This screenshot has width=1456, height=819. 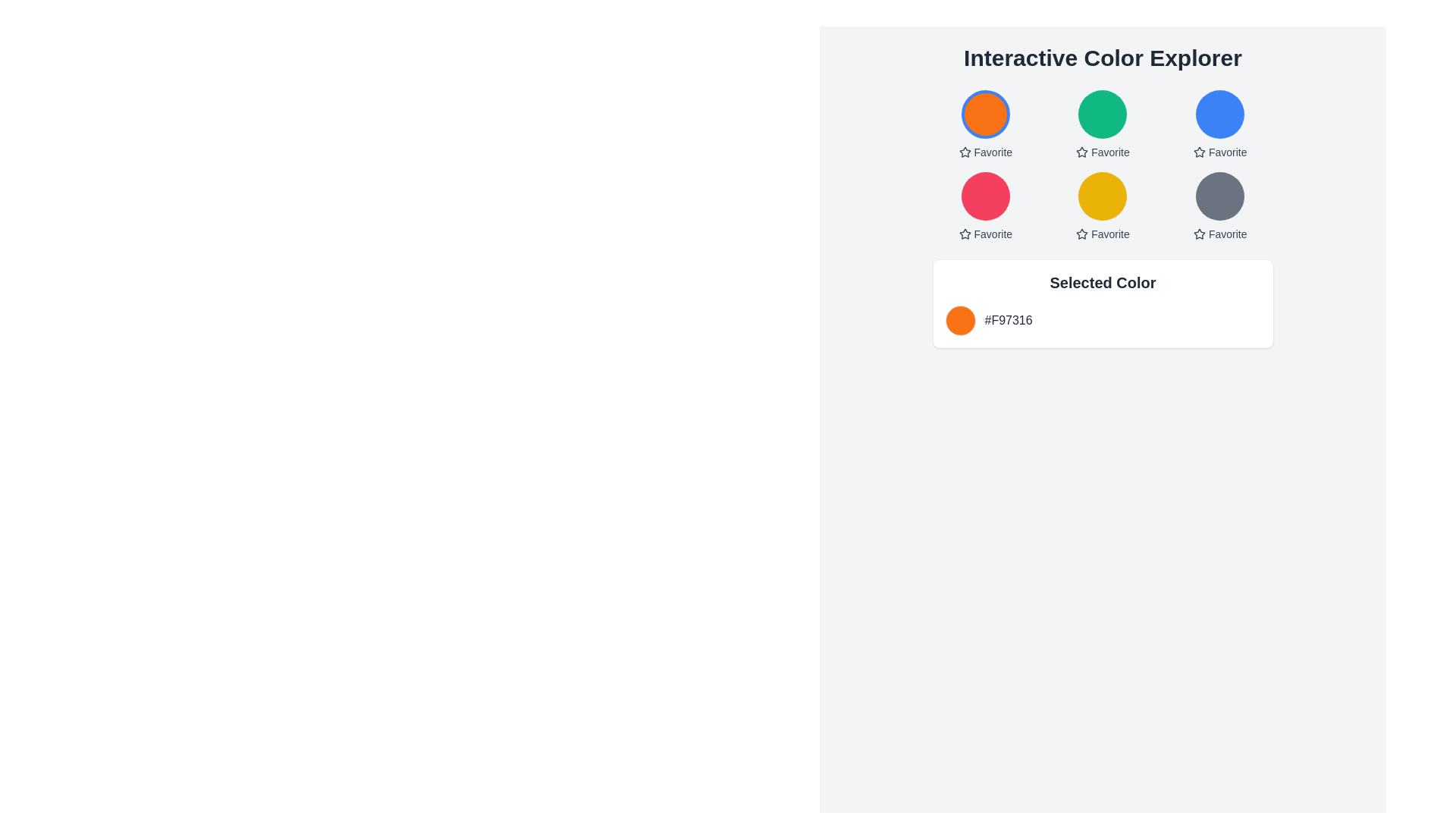 I want to click on the interactive color selection button located in the second row, second column of the 3x3 grid in the 'Interactive Color Explorer' section, so click(x=1103, y=166).